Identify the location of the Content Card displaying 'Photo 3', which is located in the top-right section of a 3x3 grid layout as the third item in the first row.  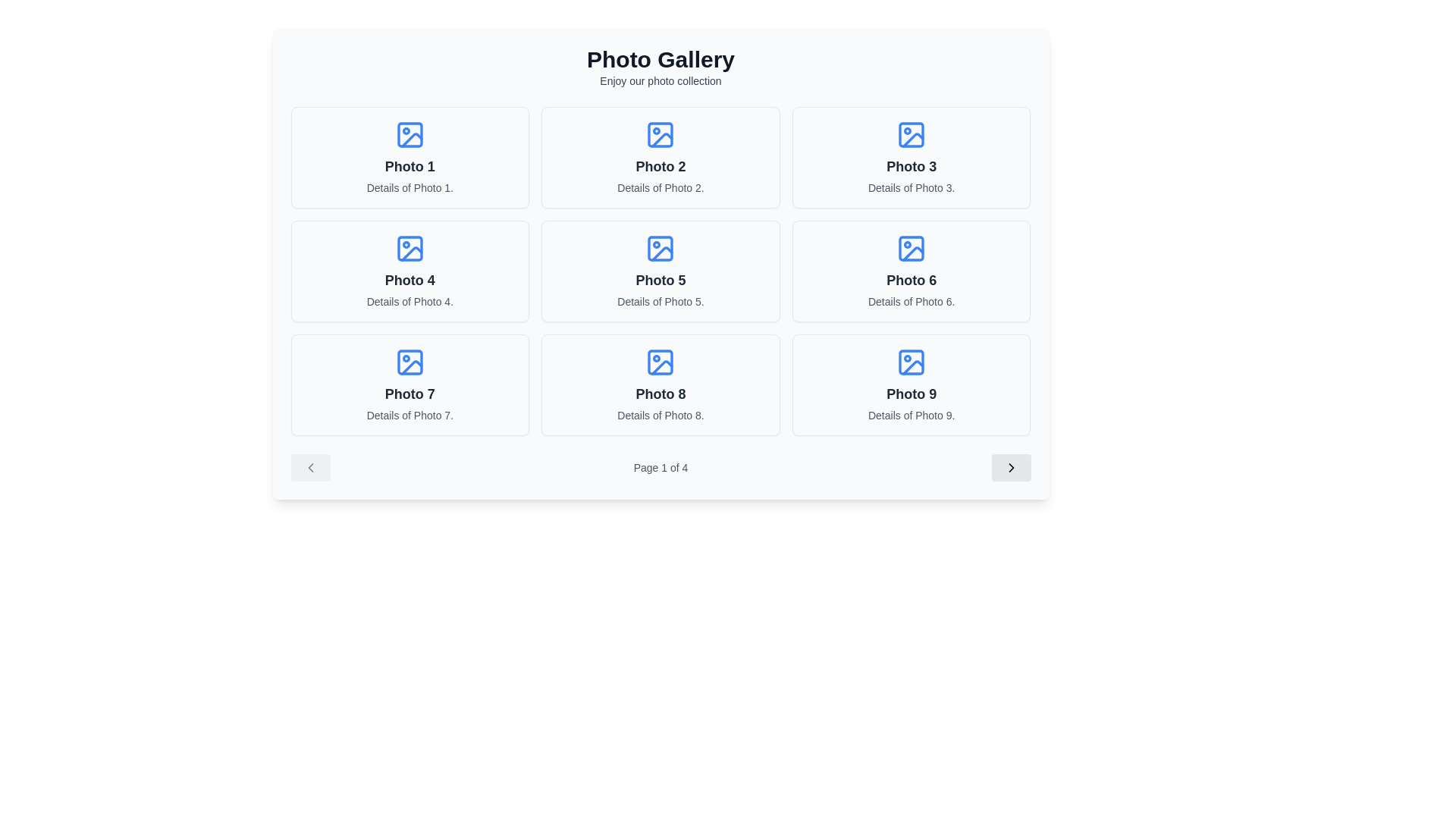
(911, 158).